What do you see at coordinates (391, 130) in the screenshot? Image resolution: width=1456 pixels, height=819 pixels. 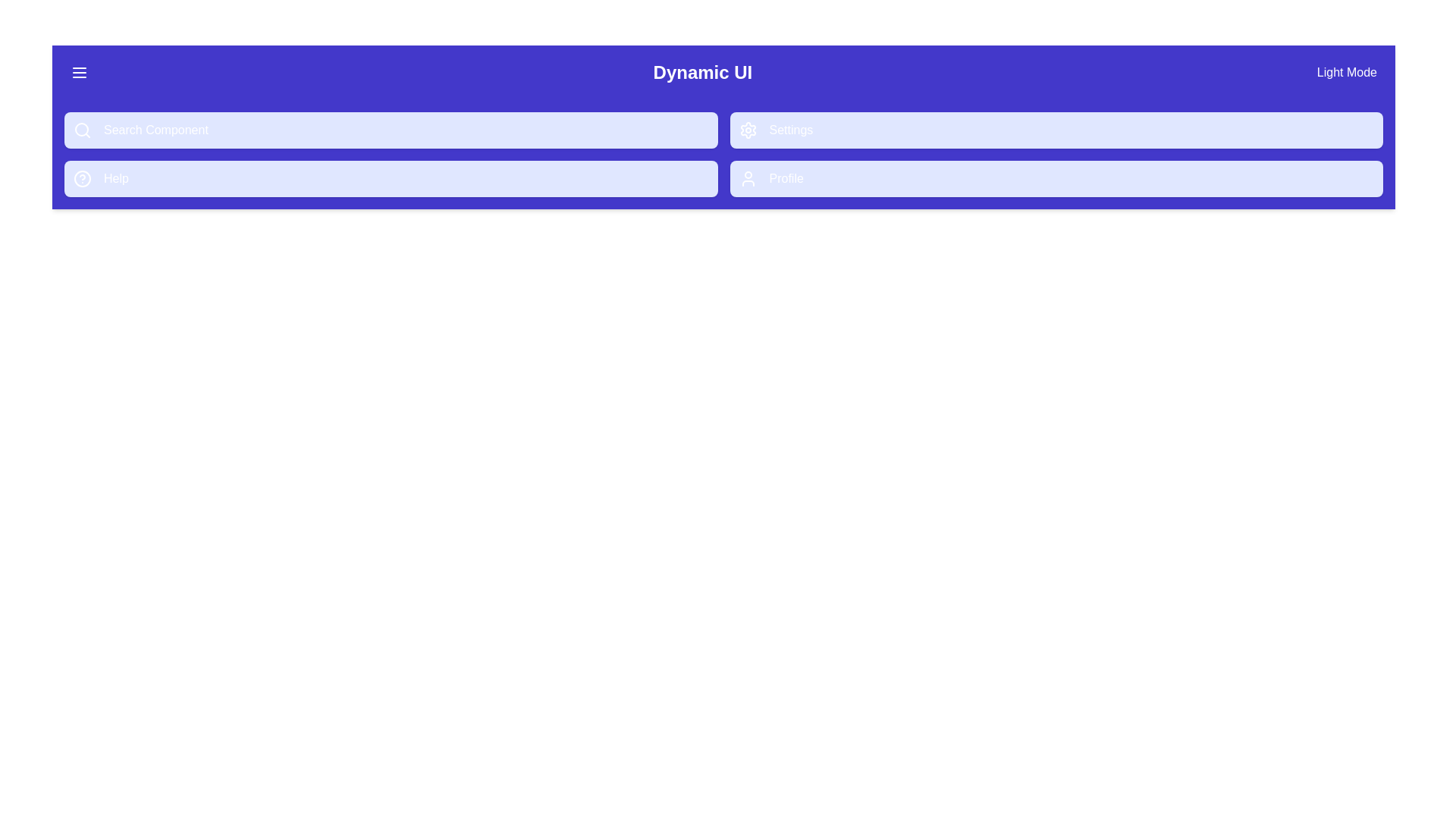 I see `the menu option Search Component from the menu` at bounding box center [391, 130].